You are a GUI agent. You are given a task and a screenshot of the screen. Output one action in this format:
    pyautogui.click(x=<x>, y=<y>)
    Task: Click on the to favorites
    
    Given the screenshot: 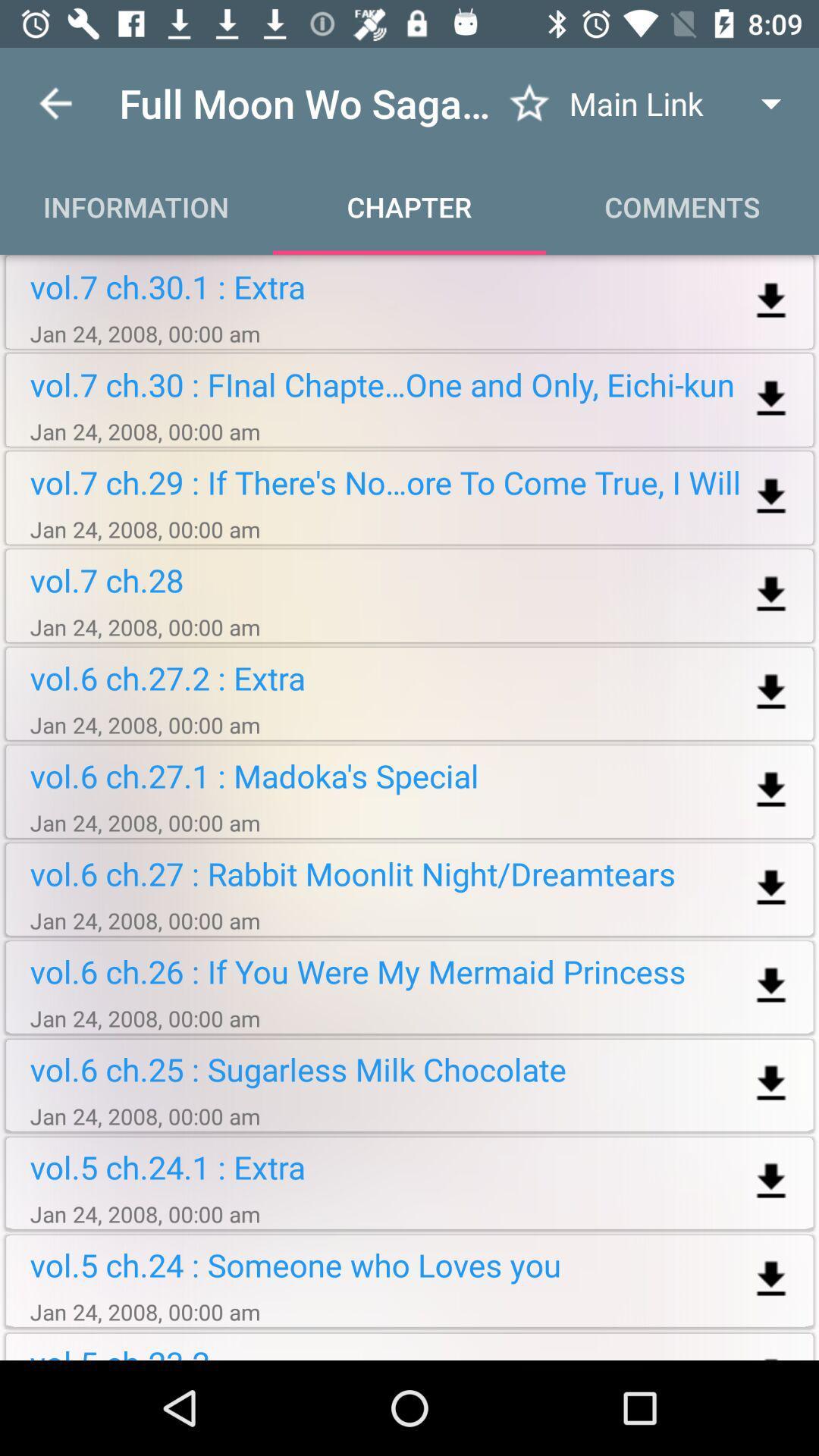 What is the action you would take?
    pyautogui.click(x=529, y=102)
    